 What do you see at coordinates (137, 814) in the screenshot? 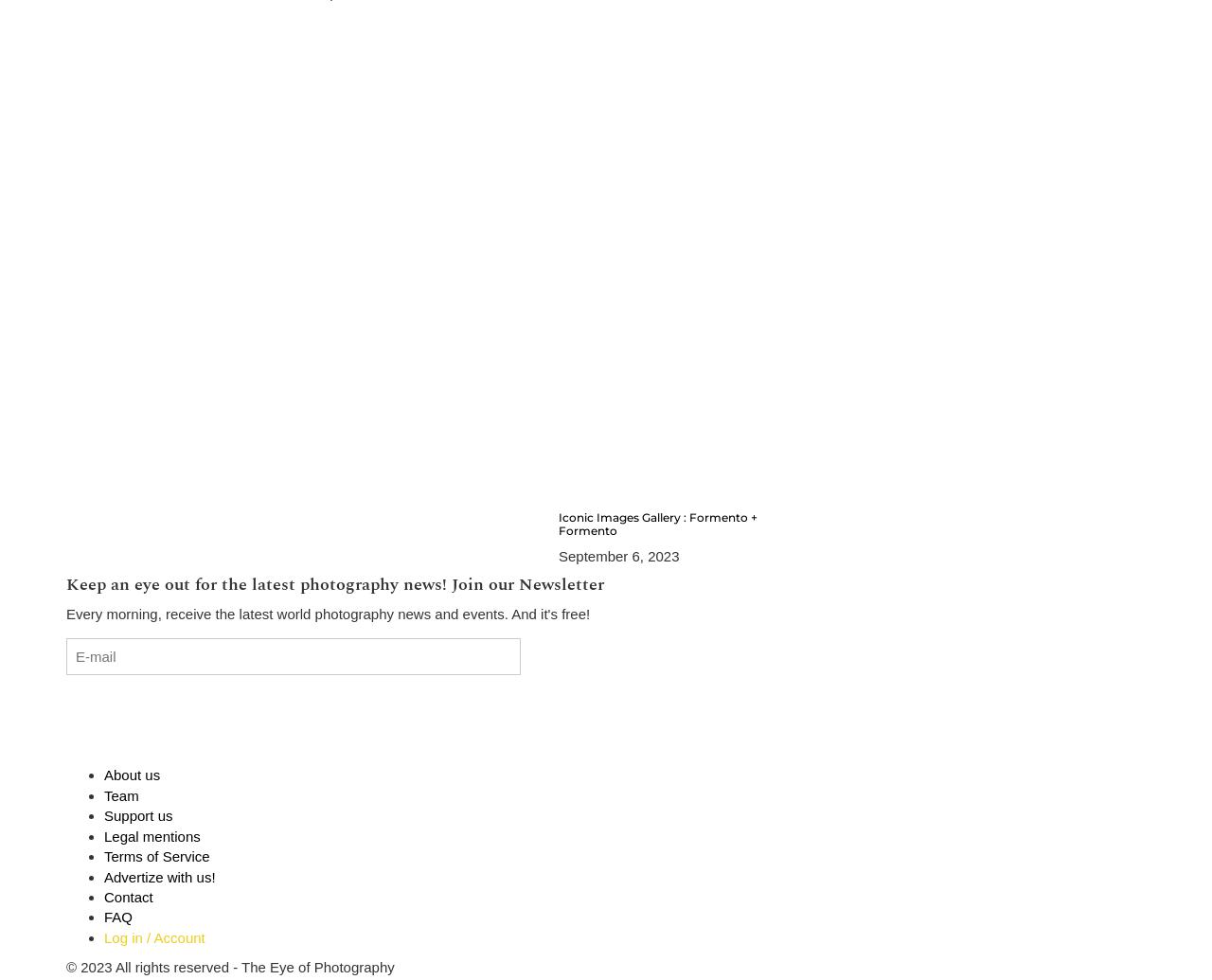
I see `'Support us'` at bounding box center [137, 814].